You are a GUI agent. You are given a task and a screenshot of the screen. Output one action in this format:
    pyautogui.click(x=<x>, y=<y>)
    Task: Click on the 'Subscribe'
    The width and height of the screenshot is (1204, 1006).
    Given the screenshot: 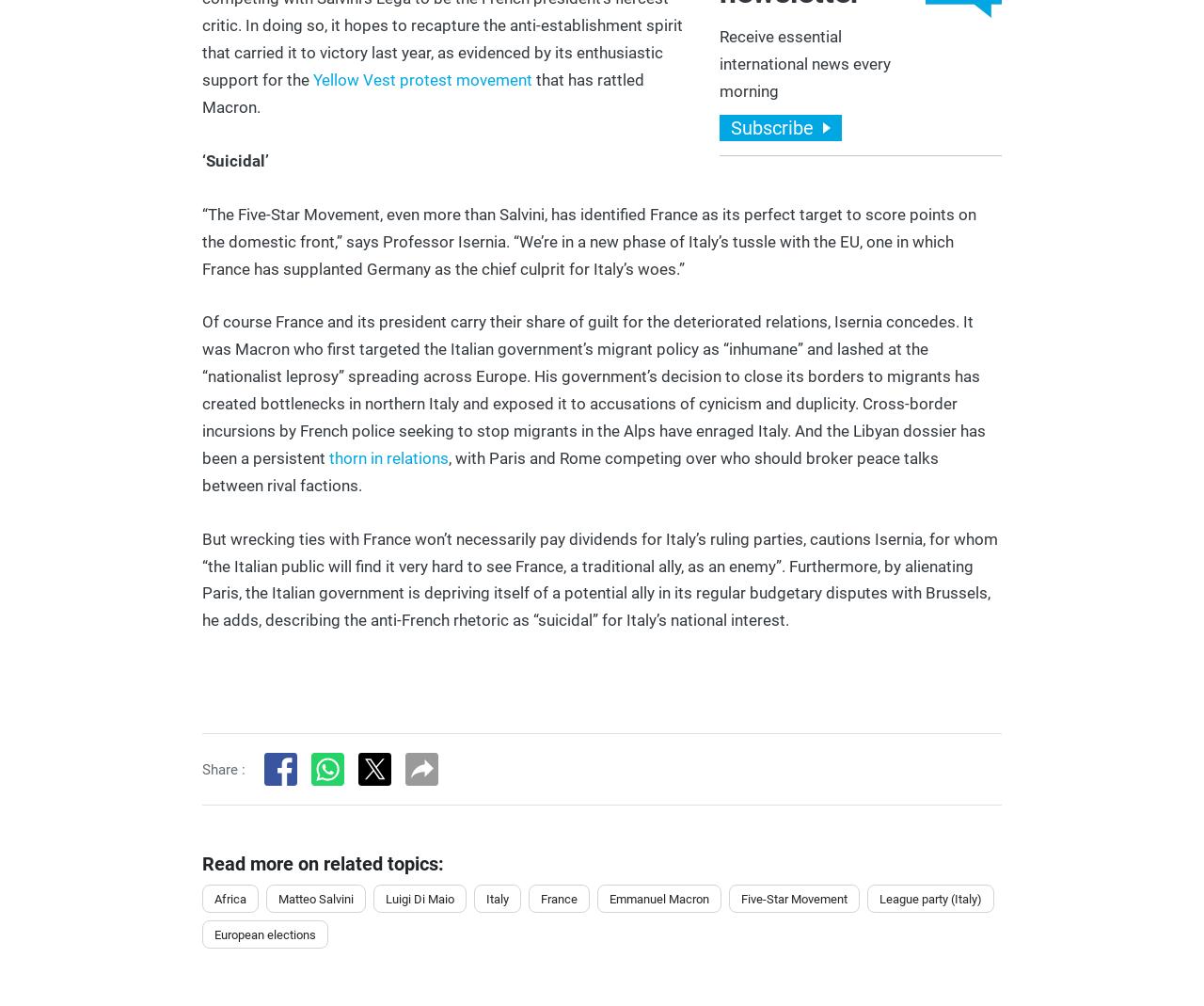 What is the action you would take?
    pyautogui.click(x=771, y=127)
    